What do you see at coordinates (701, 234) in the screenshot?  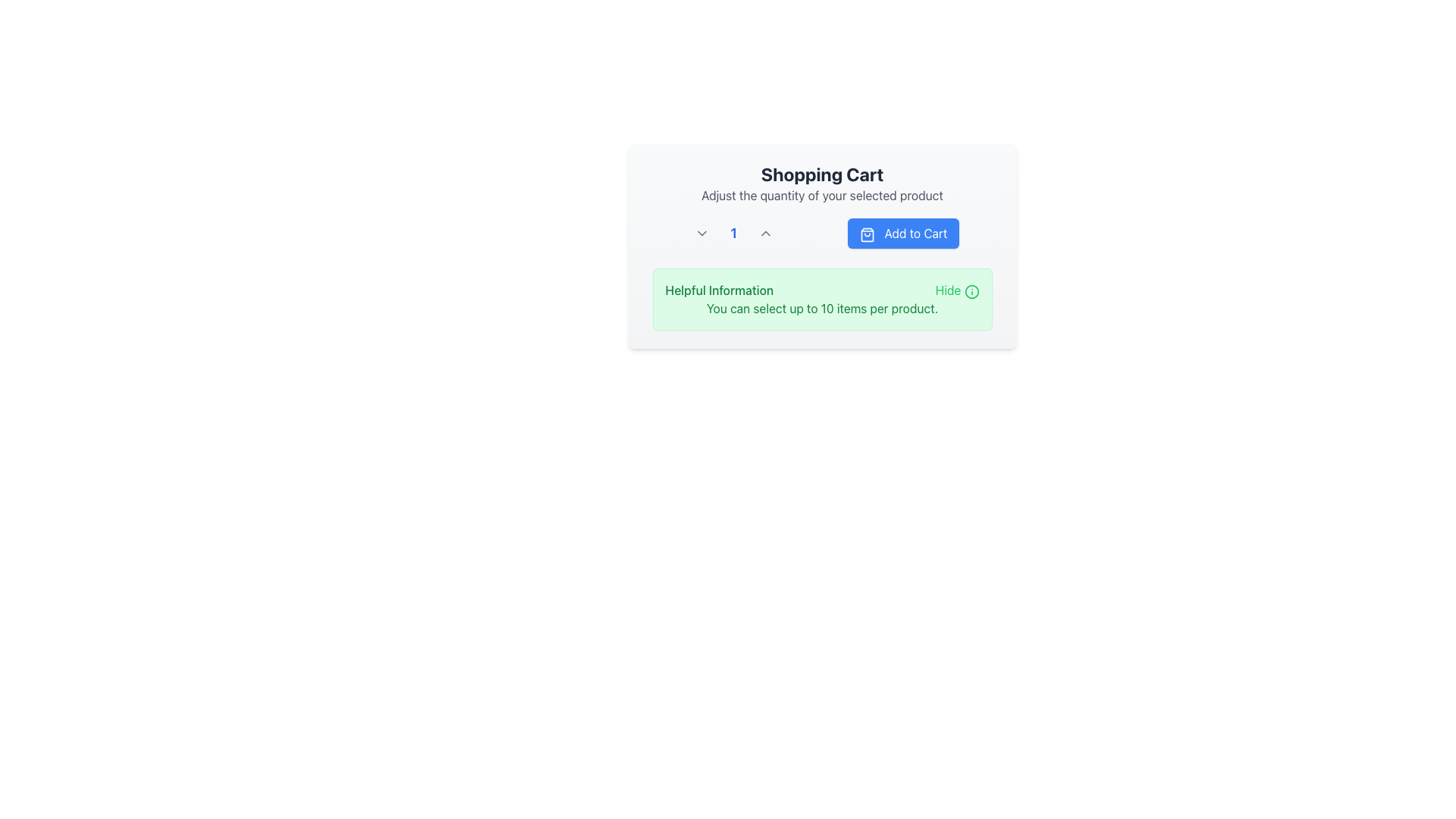 I see `the button that decreases the numeric value, which is positioned to the left of the numeric value '1'` at bounding box center [701, 234].